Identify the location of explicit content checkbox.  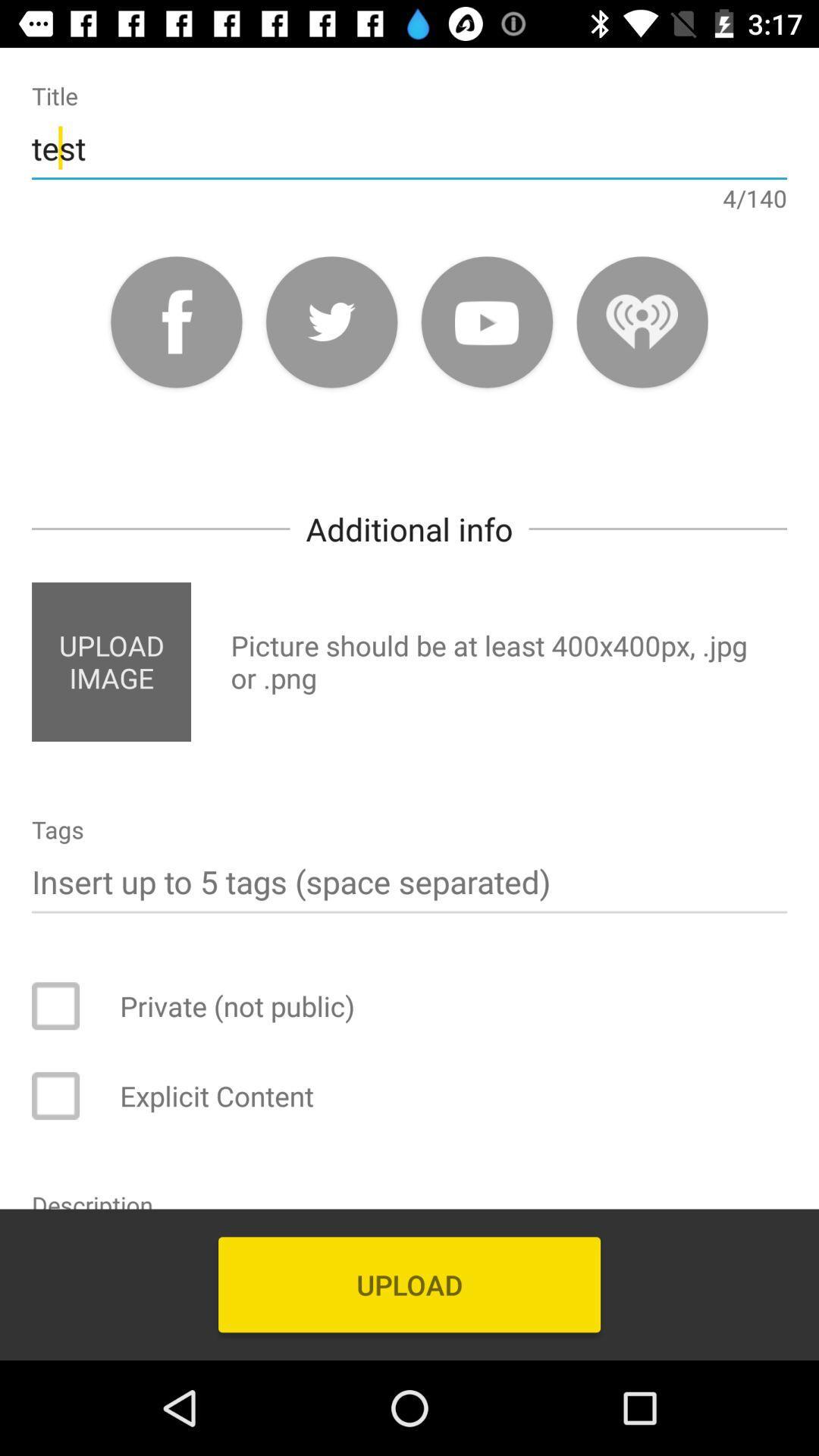
(65, 1096).